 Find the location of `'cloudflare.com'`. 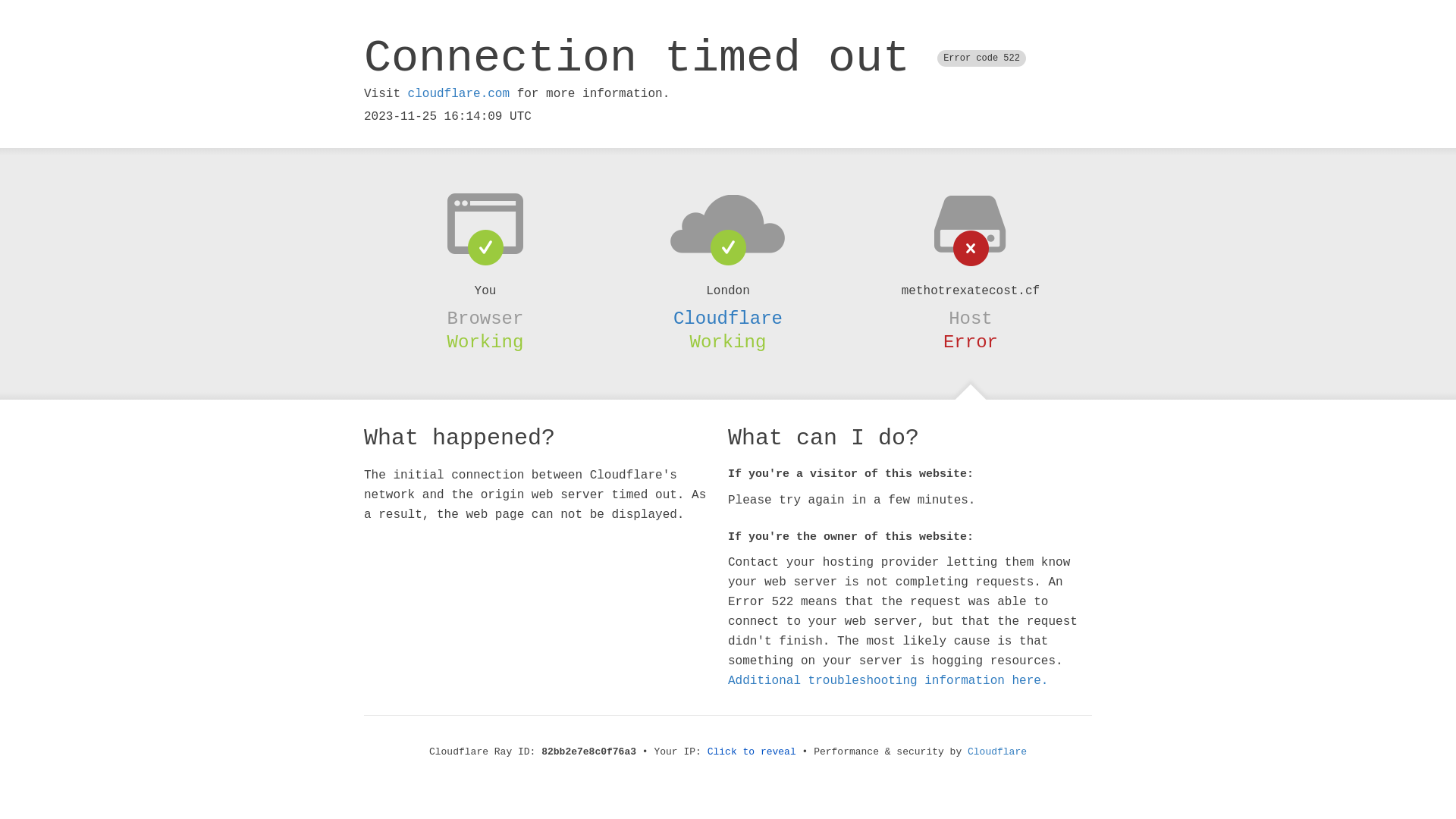

'cloudflare.com' is located at coordinates (457, 93).